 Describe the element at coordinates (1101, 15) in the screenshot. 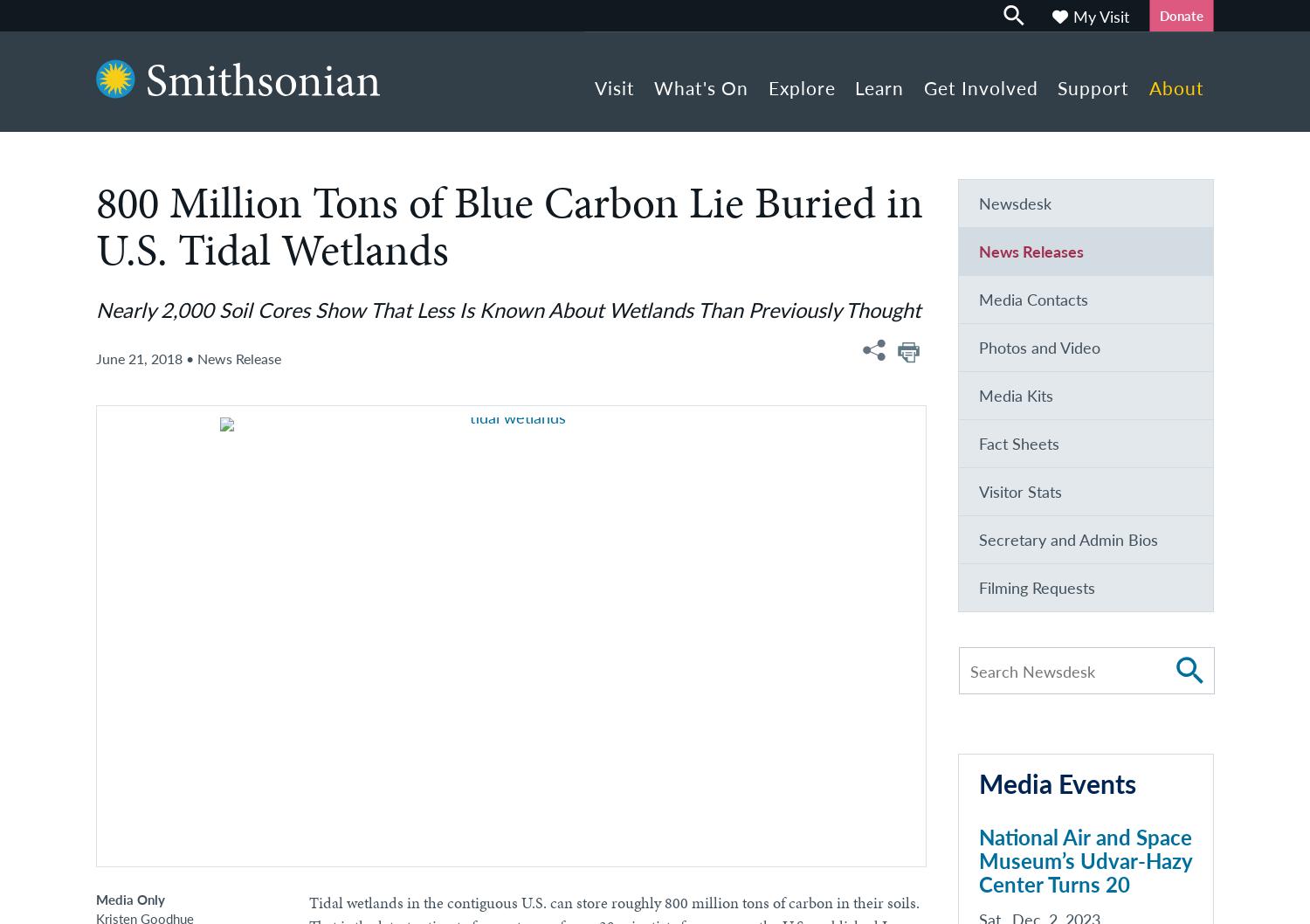

I see `'My Visit'` at that location.